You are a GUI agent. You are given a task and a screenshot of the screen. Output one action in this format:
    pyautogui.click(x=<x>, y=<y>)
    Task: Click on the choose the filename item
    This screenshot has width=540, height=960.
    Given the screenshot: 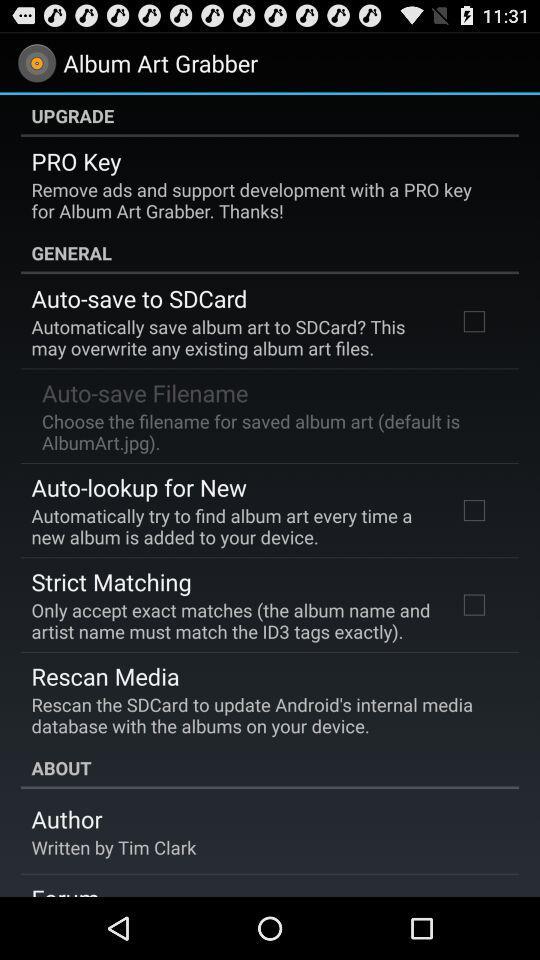 What is the action you would take?
    pyautogui.click(x=268, y=431)
    